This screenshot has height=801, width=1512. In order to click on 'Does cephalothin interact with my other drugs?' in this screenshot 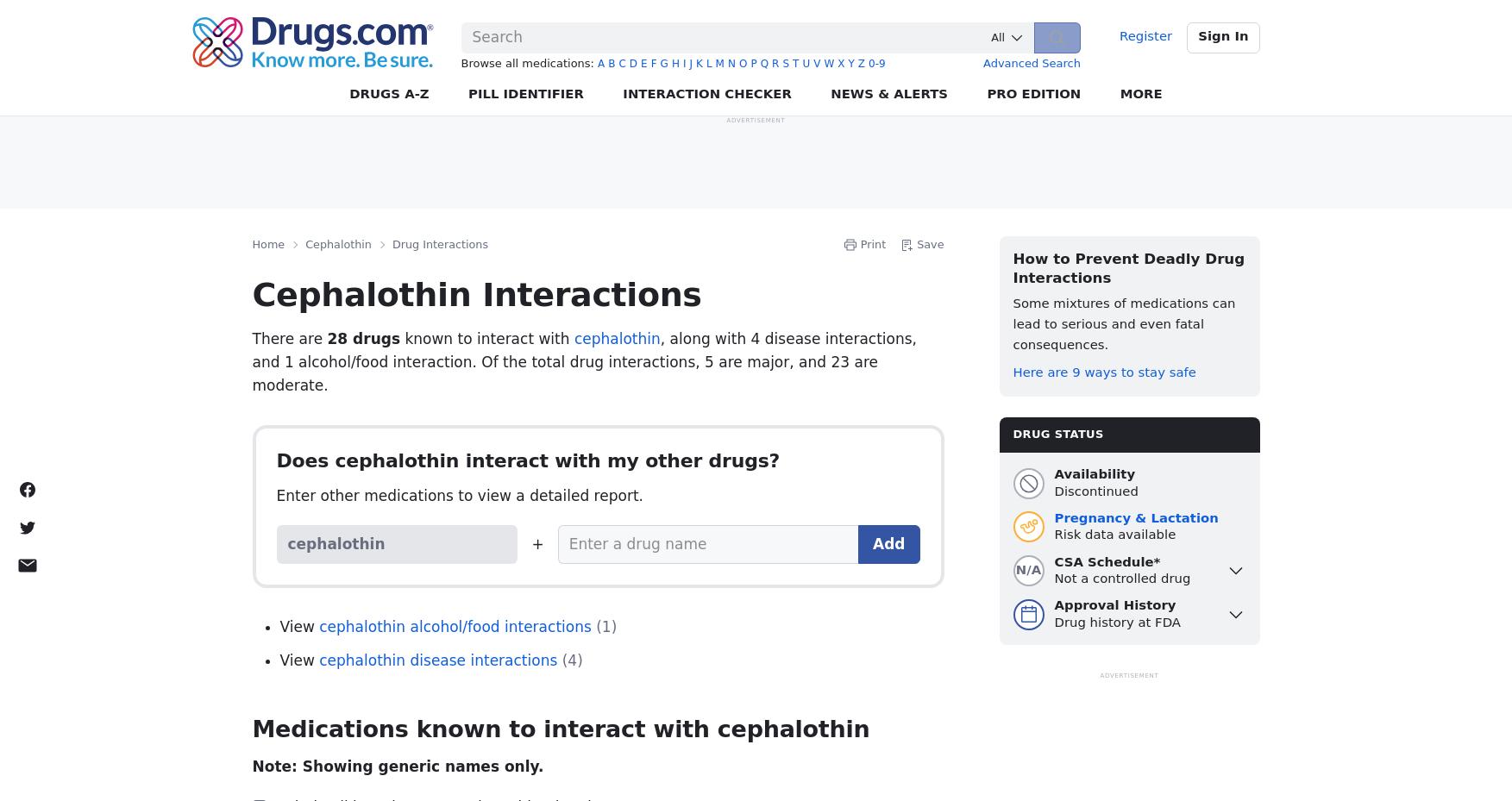, I will do `click(275, 460)`.